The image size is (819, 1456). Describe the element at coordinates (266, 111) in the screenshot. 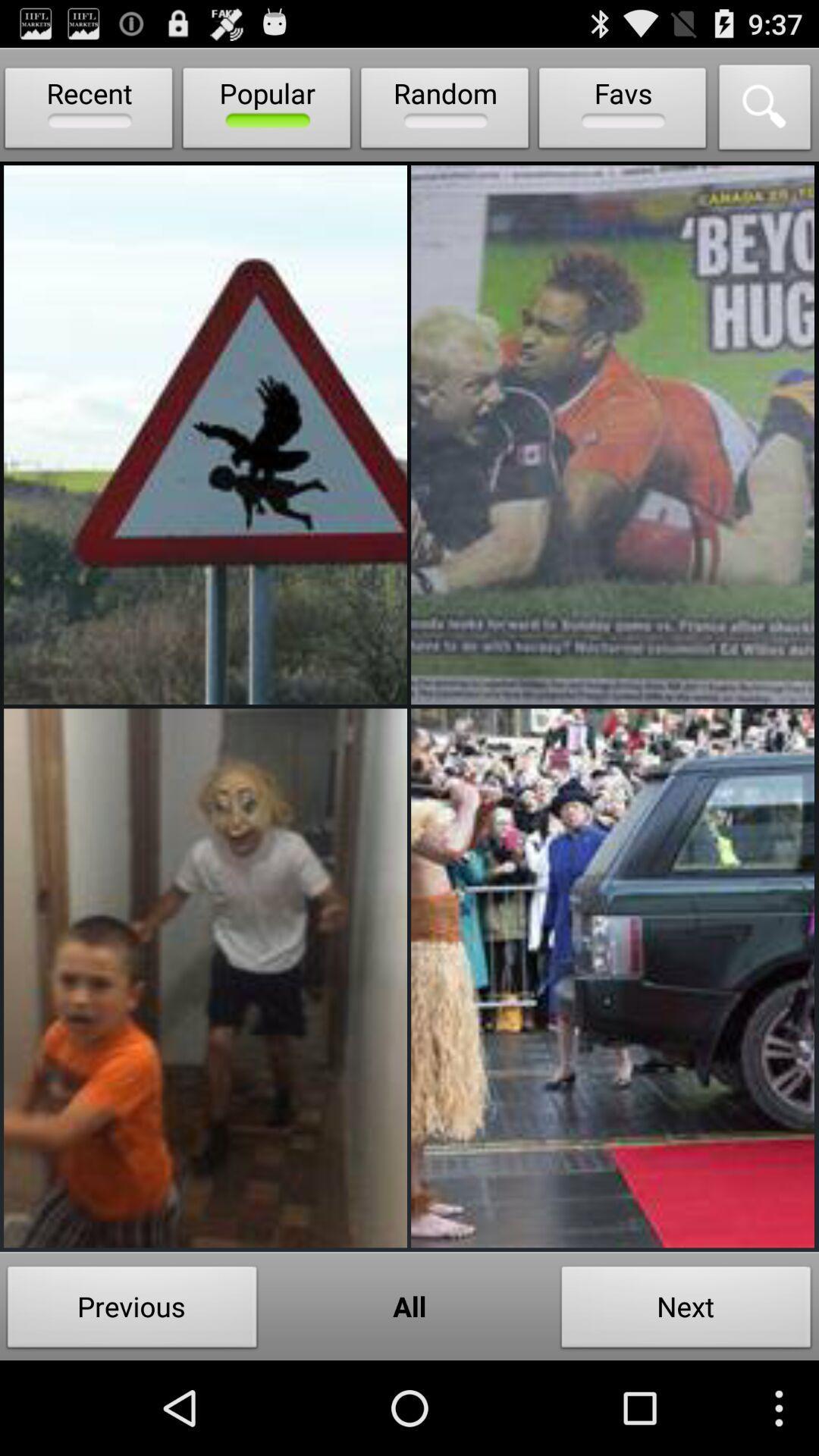

I see `the item next to the random item` at that location.